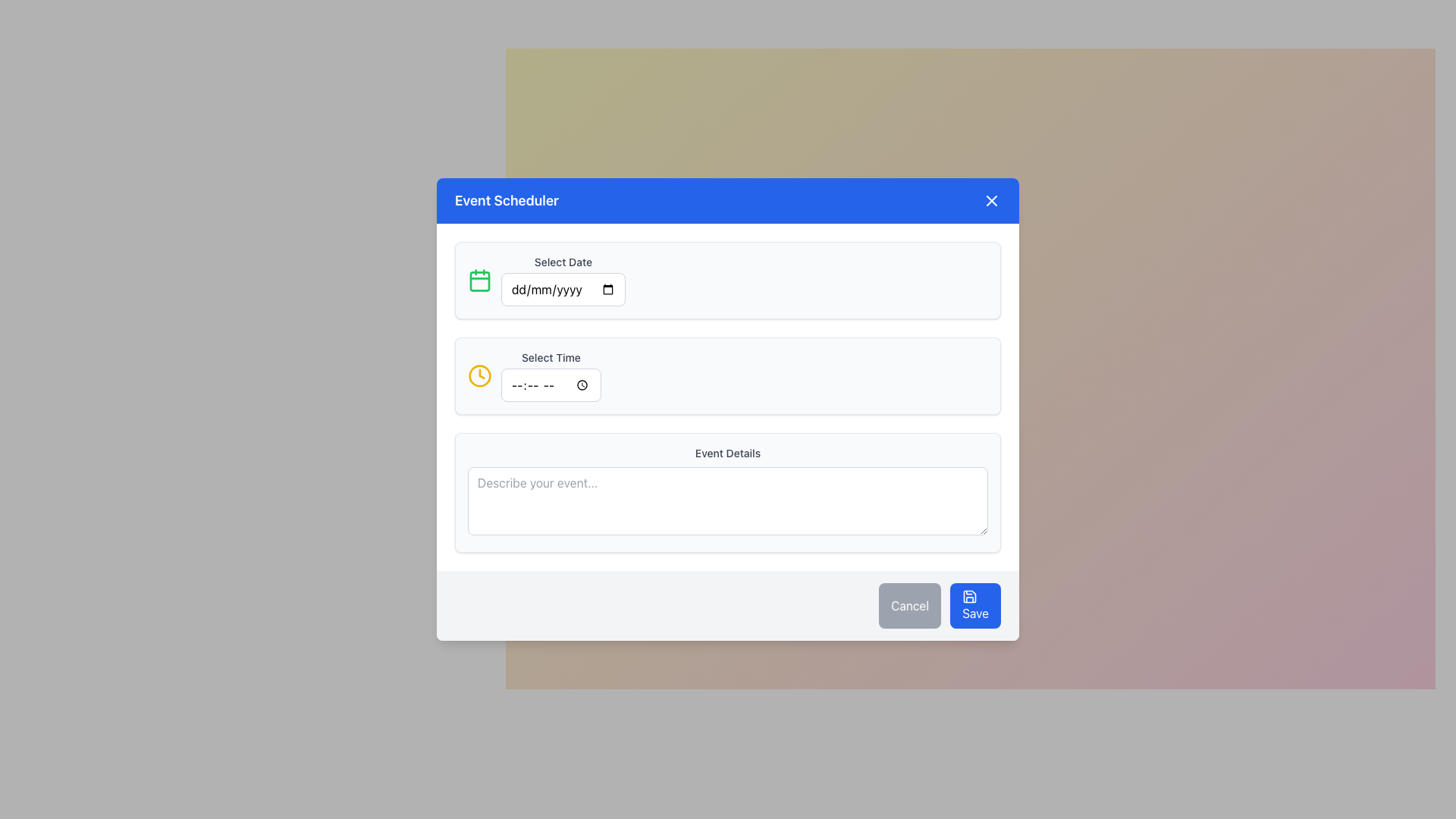 The image size is (1456, 819). What do you see at coordinates (479, 281) in the screenshot?
I see `the calendar icon with a green outline located at the top left of the 'Select Date' field group, which is to the left of the 'dd/mm/yyyy' input box` at bounding box center [479, 281].